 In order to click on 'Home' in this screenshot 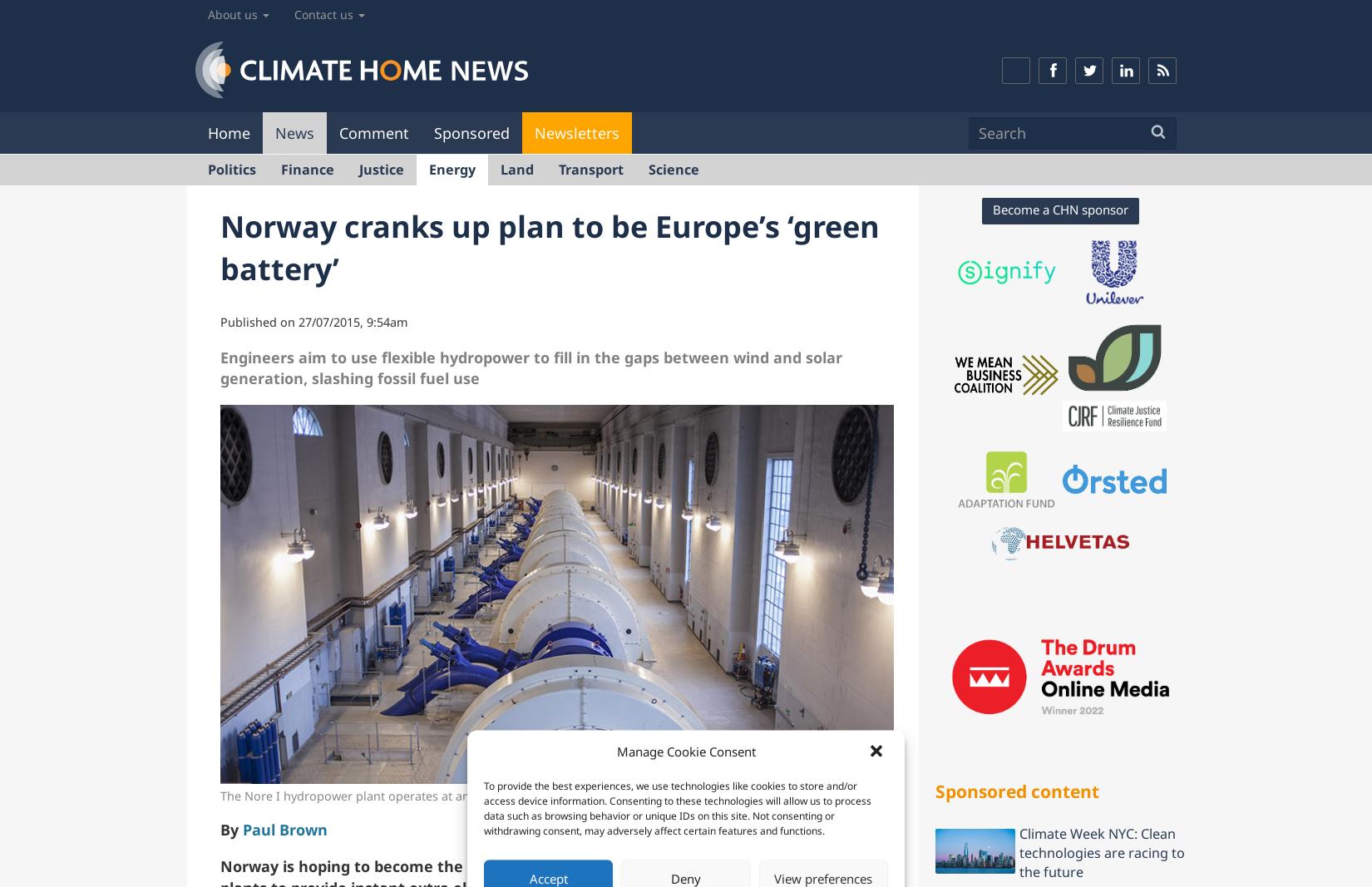, I will do `click(229, 131)`.